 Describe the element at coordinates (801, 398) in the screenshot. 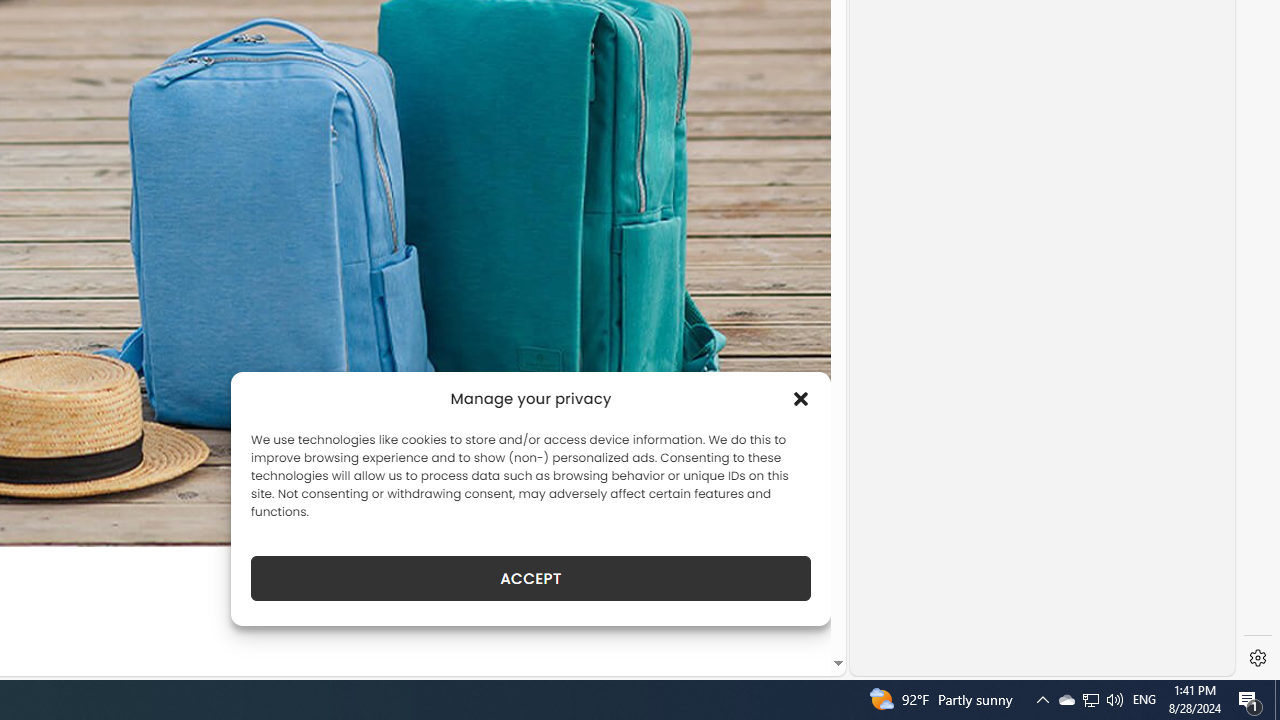

I see `'Class: cmplz-close'` at that location.